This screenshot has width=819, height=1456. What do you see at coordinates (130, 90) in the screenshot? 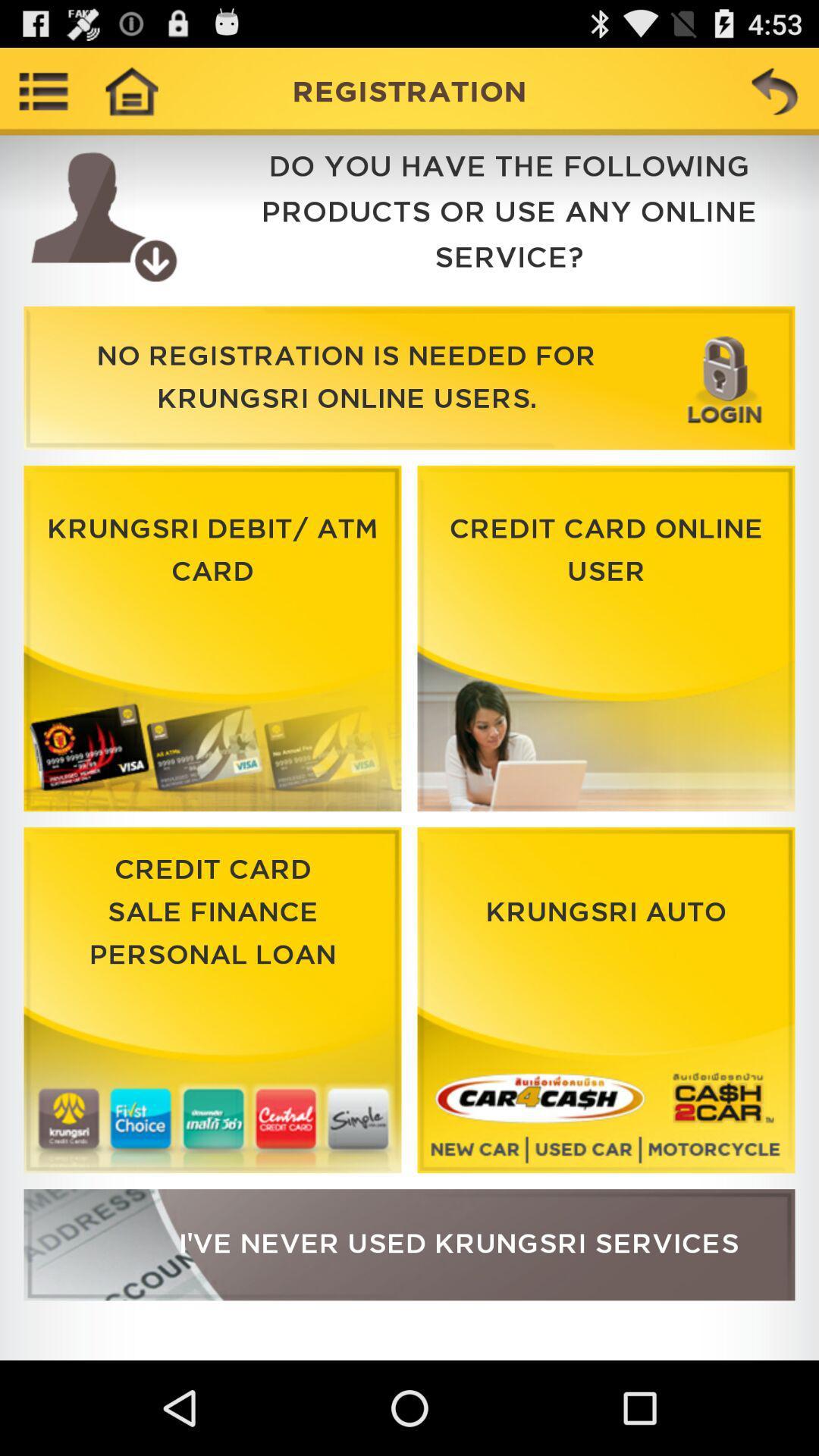
I see `home` at bounding box center [130, 90].